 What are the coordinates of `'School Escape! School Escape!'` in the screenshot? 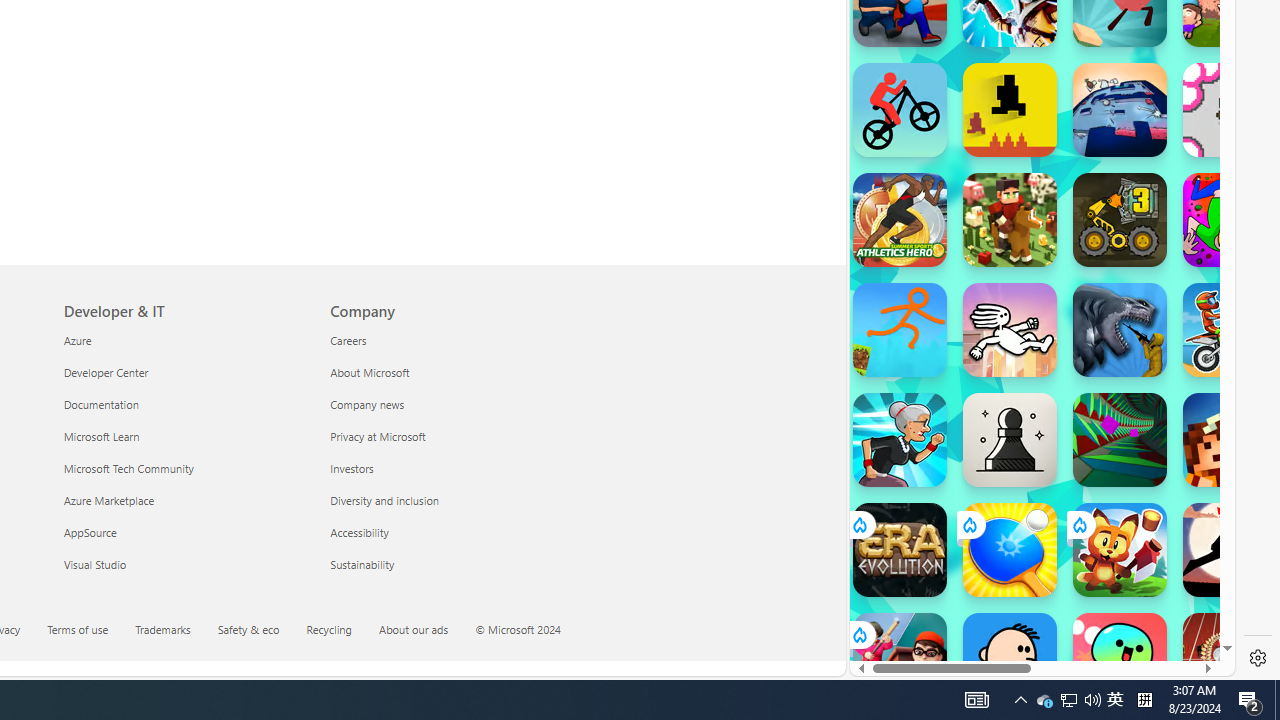 It's located at (898, 659).